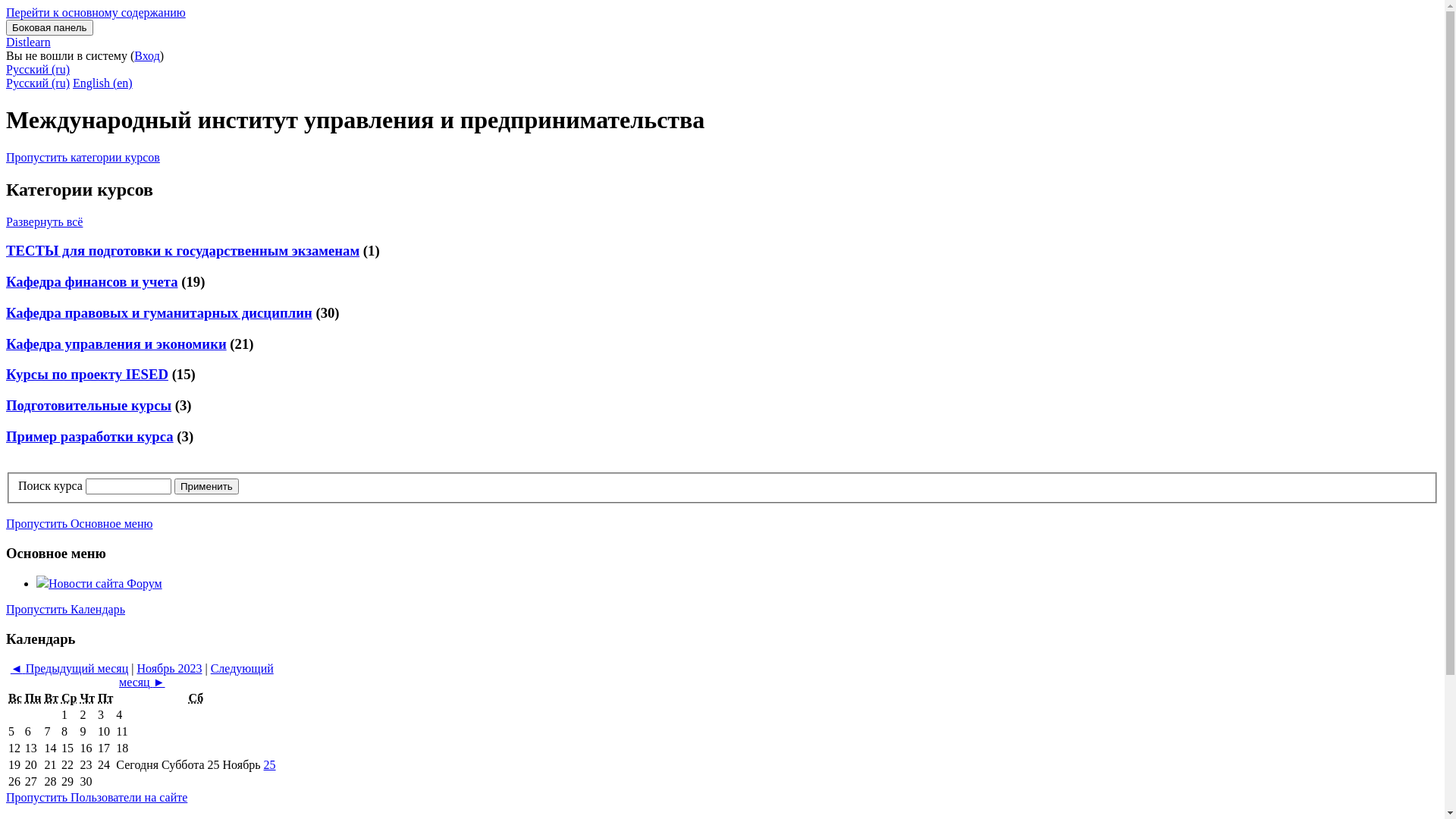 Image resolution: width=1456 pixels, height=819 pixels. Describe the element at coordinates (263, 764) in the screenshot. I see `'25'` at that location.